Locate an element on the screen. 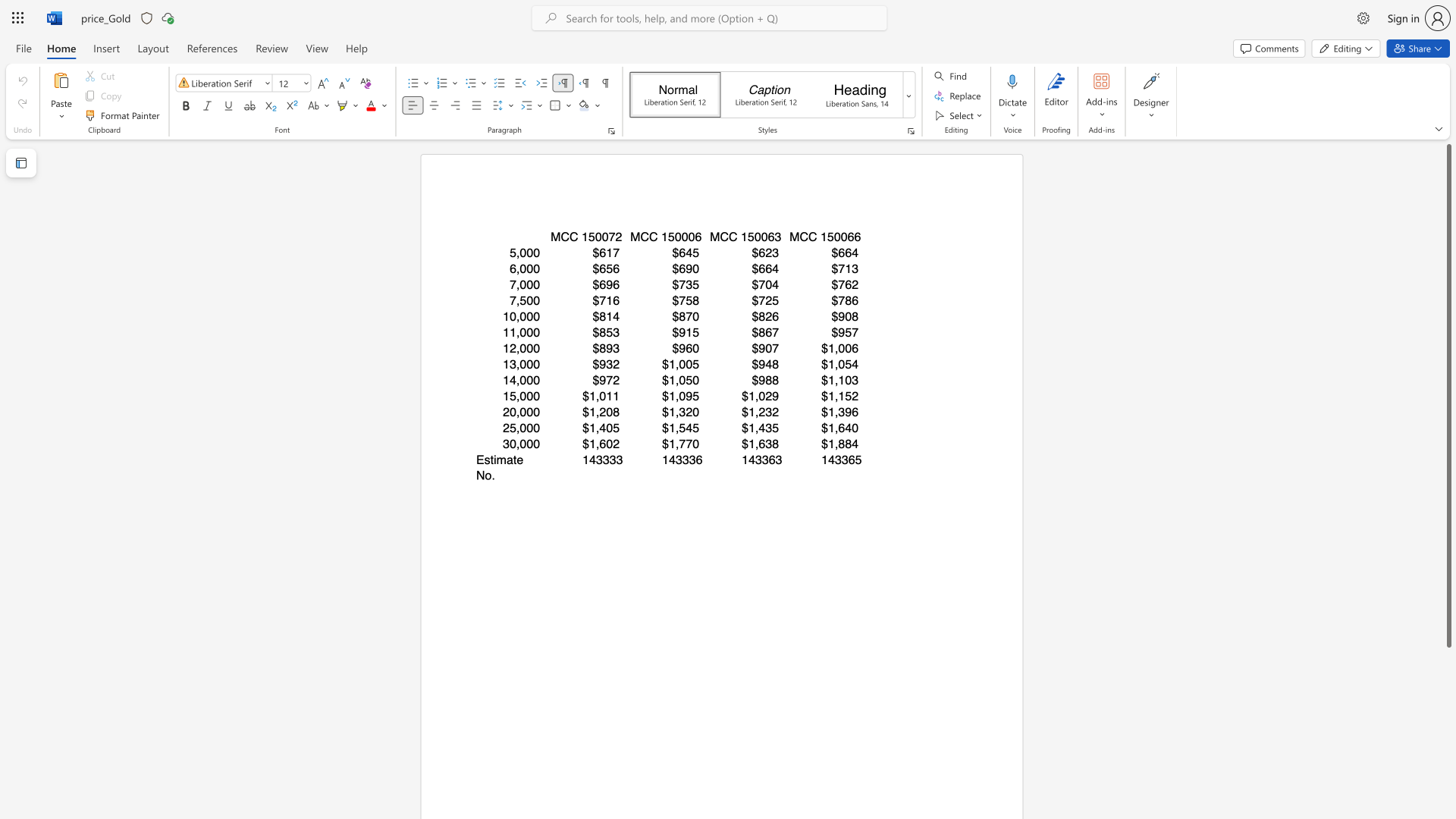  the scrollbar to scroll downward is located at coordinates (1448, 751).